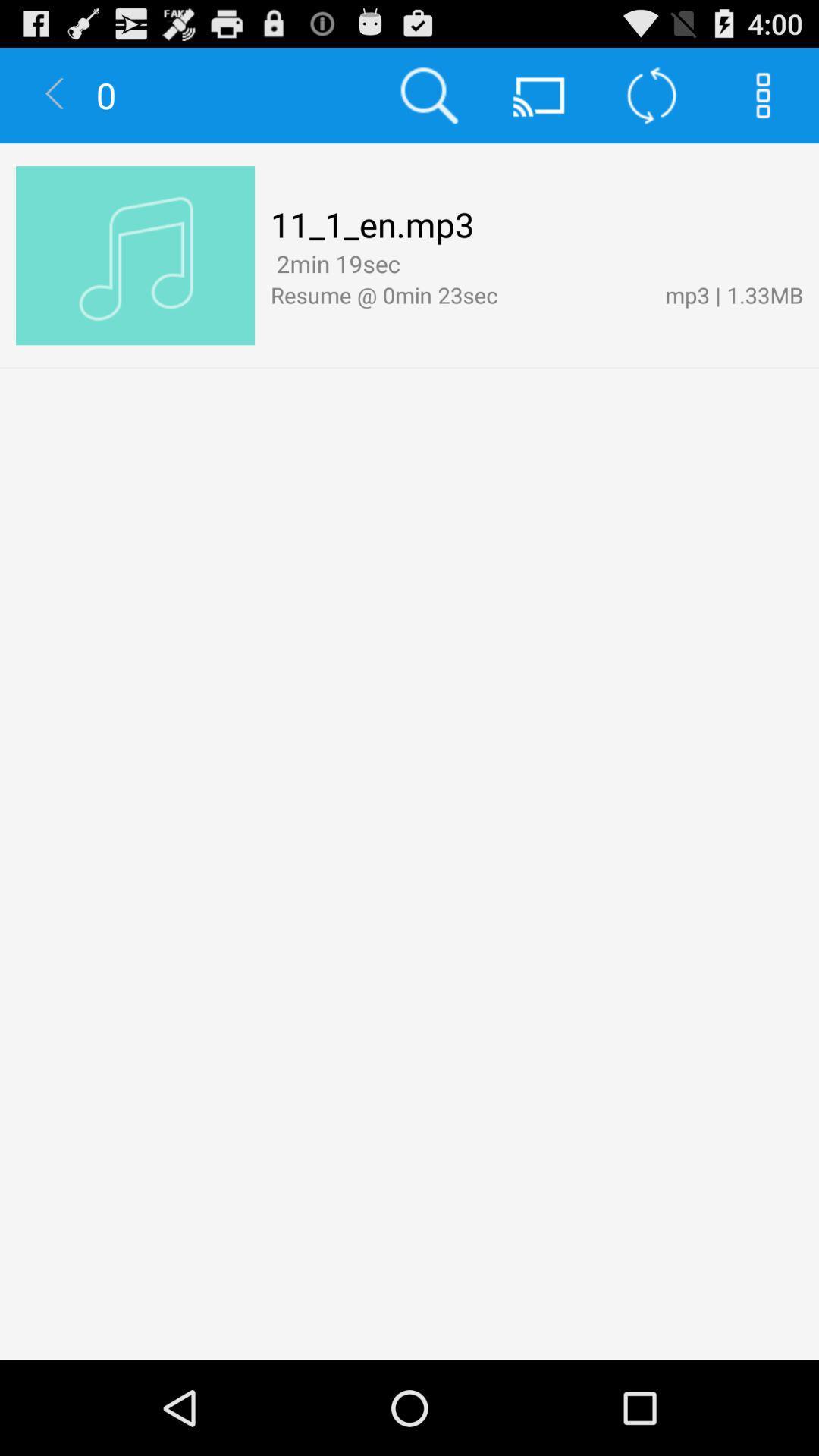  What do you see at coordinates (334, 263) in the screenshot?
I see `the  2min 19sec icon` at bounding box center [334, 263].